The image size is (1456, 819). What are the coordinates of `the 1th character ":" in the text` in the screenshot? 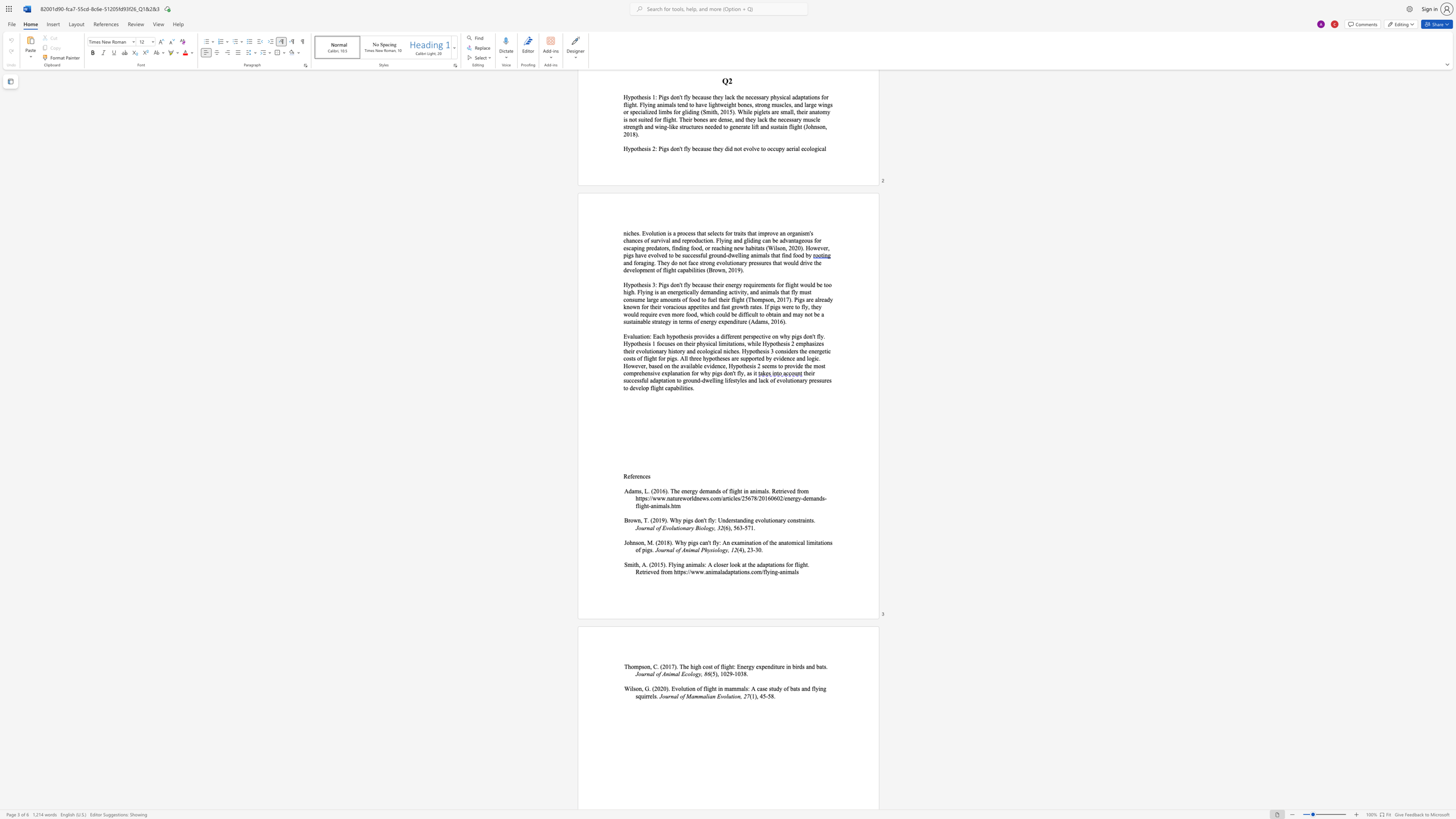 It's located at (748, 688).